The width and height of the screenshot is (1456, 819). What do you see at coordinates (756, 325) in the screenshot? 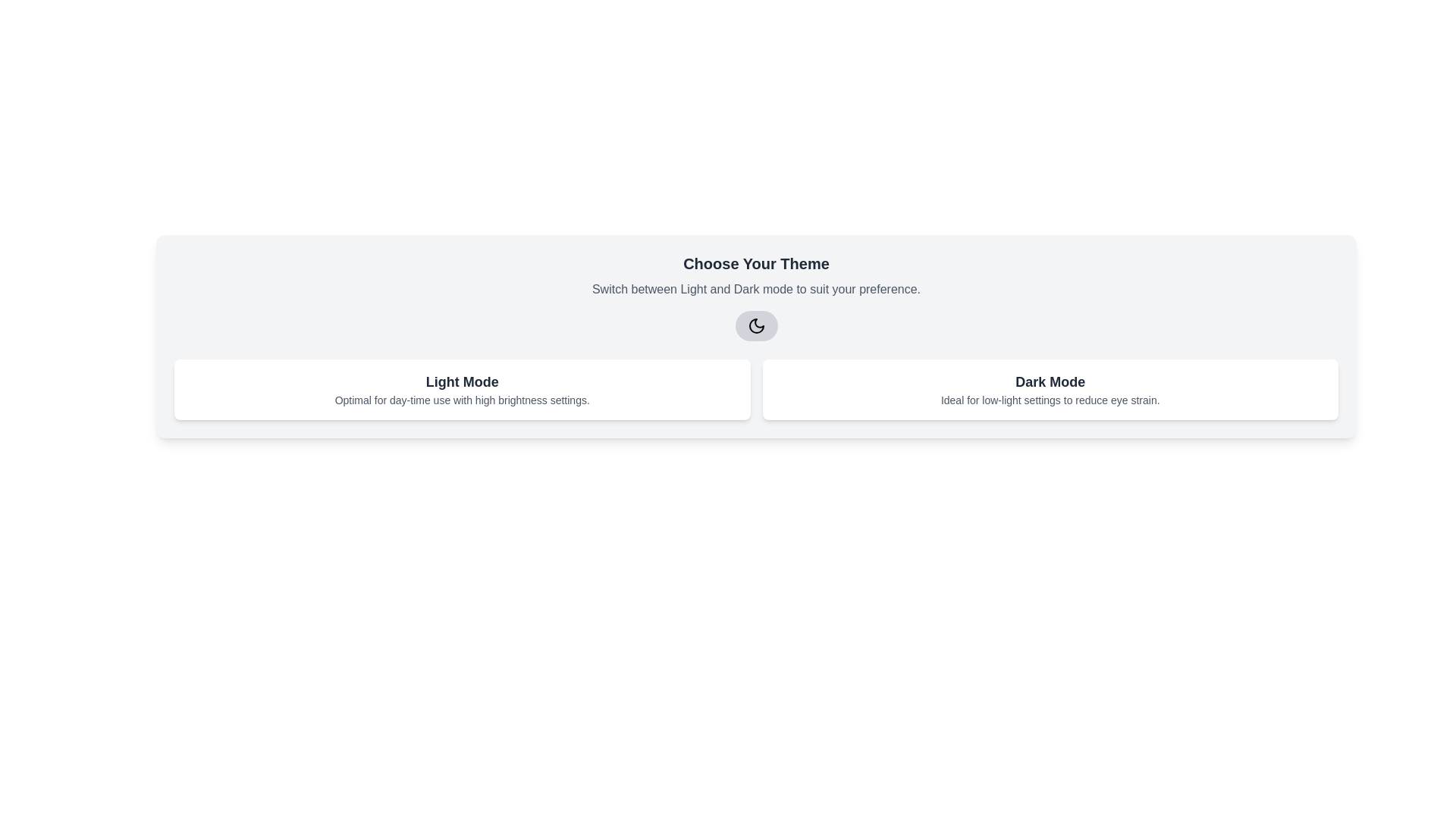
I see `the circular theme toggle button with a crescent moon icon to observe its hover effect` at bounding box center [756, 325].